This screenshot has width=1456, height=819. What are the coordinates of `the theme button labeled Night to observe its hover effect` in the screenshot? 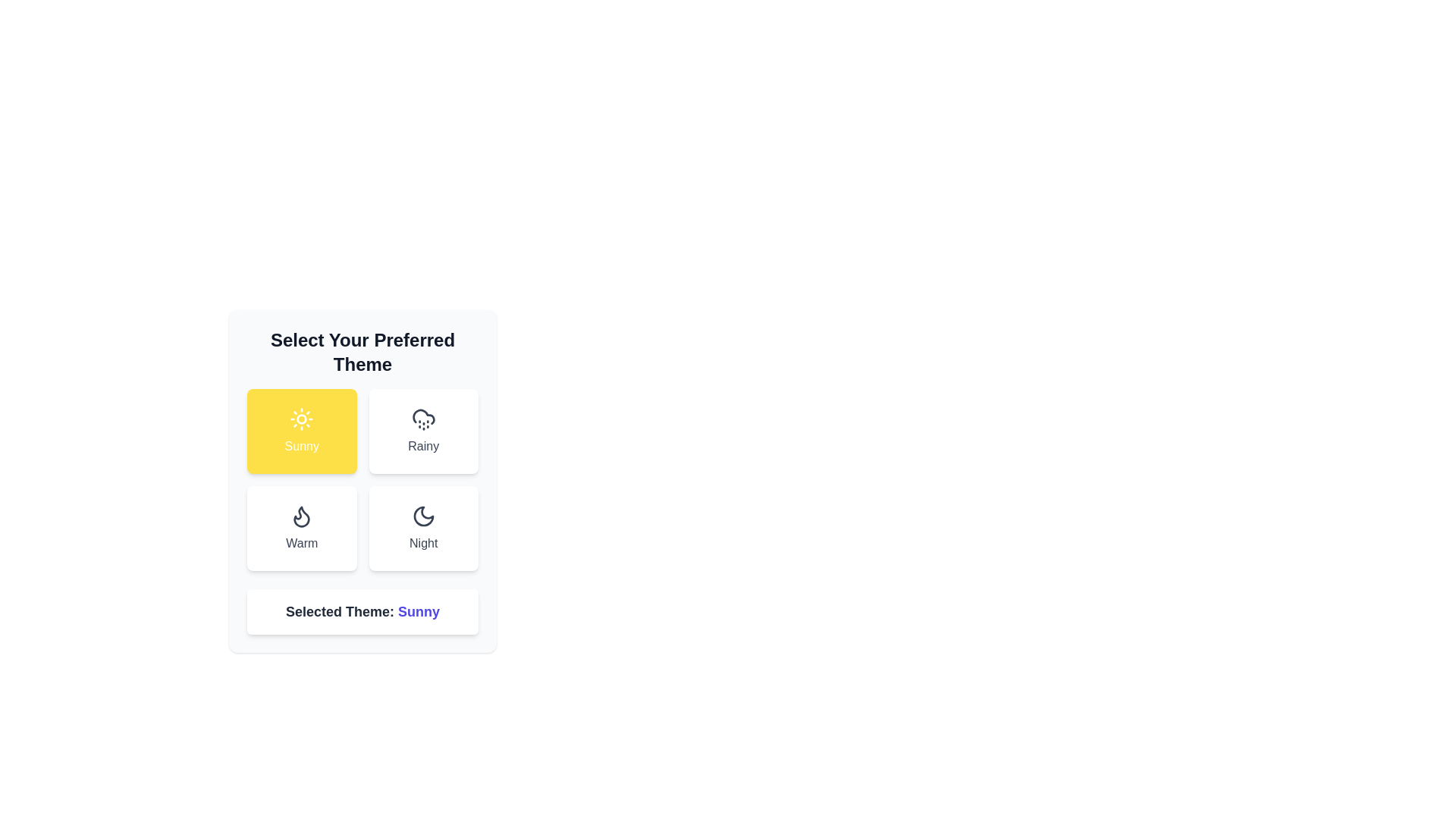 It's located at (423, 528).